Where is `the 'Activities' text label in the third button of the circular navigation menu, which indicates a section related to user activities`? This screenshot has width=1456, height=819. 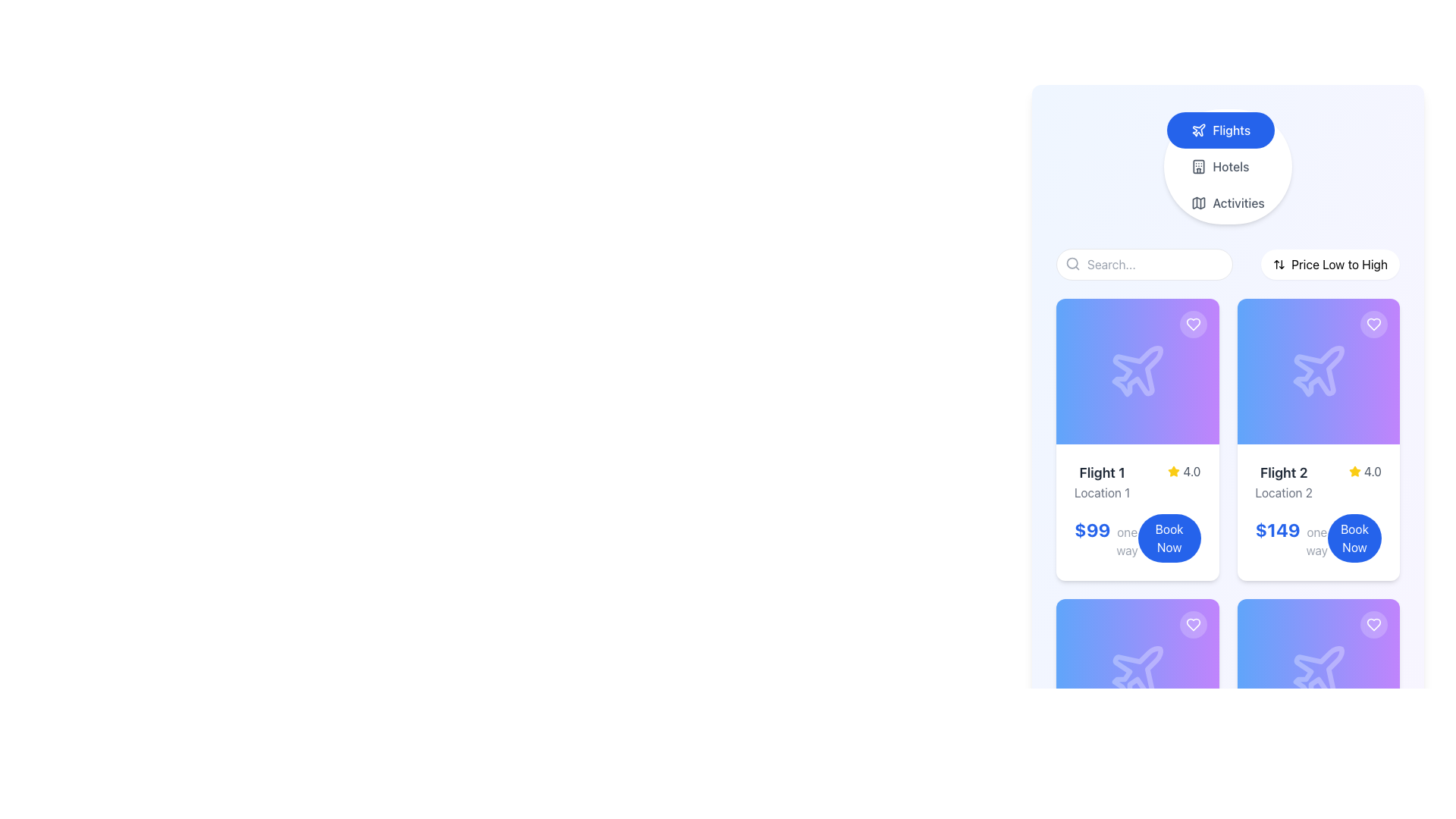
the 'Activities' text label in the third button of the circular navigation menu, which indicates a section related to user activities is located at coordinates (1238, 202).